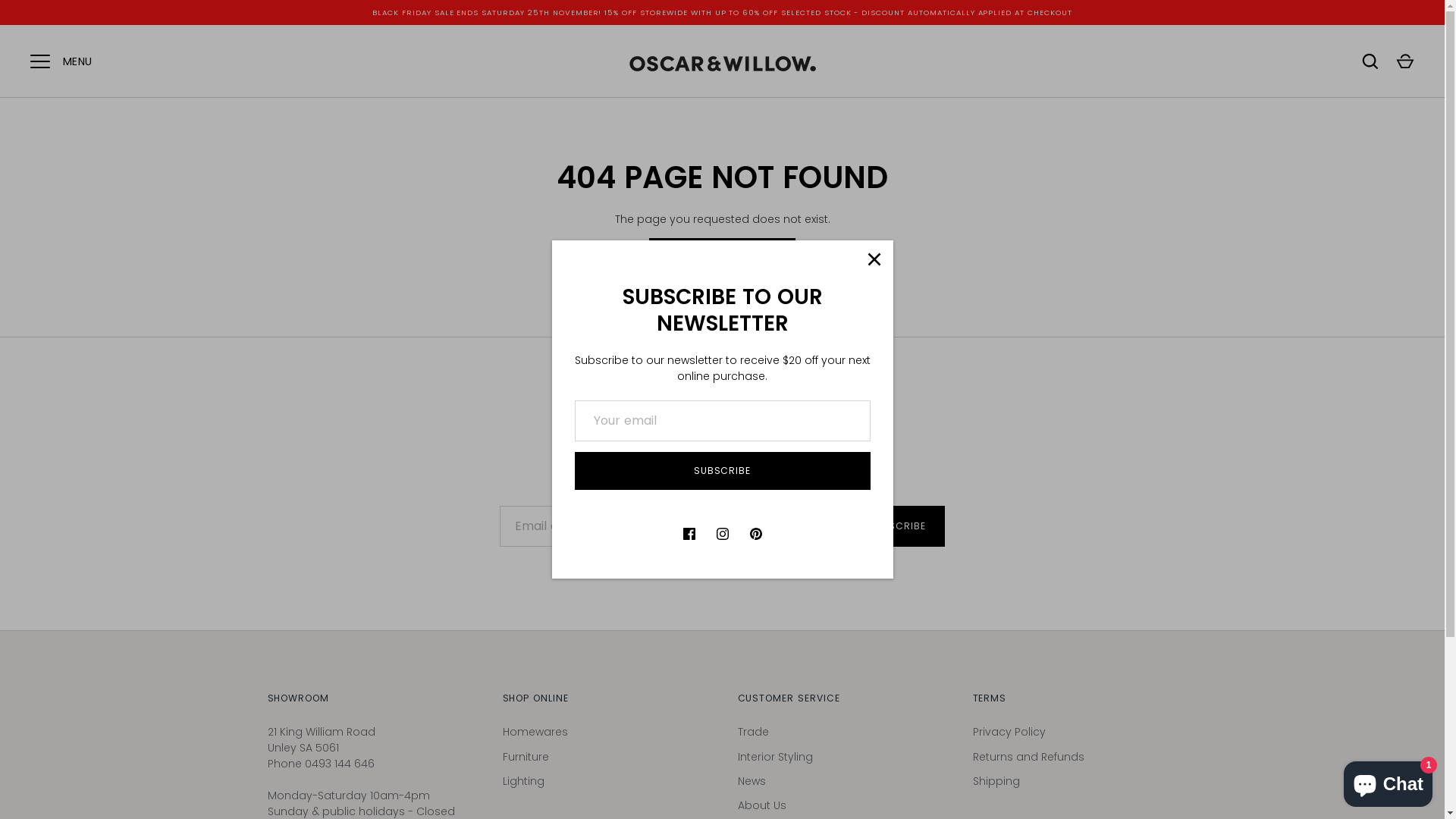 The image size is (1456, 819). Describe the element at coordinates (896, 526) in the screenshot. I see `'SUBSCRIBE'` at that location.